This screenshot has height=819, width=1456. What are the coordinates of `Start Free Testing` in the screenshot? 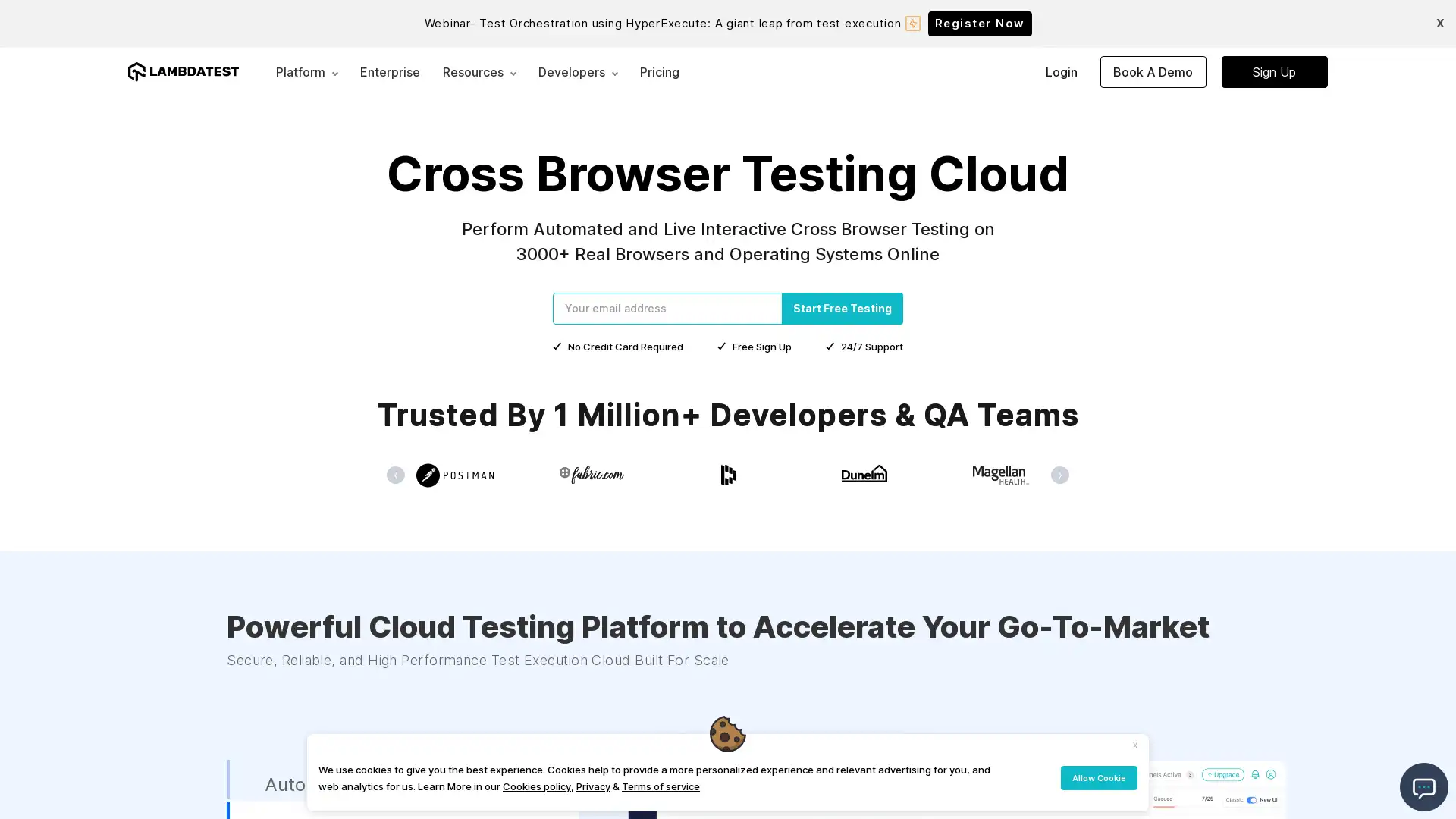 It's located at (841, 307).